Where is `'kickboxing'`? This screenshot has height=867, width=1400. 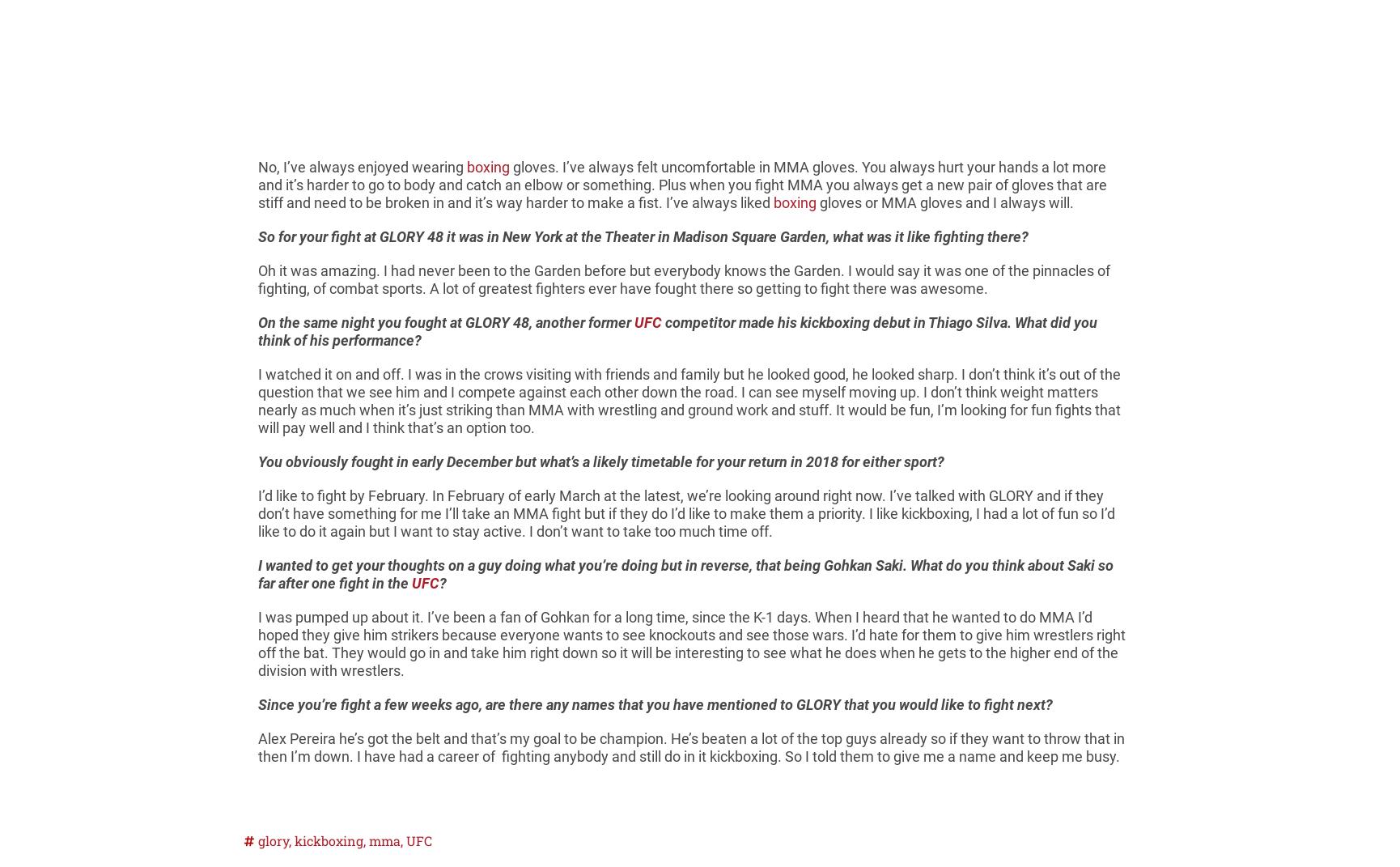
'kickboxing' is located at coordinates (329, 840).